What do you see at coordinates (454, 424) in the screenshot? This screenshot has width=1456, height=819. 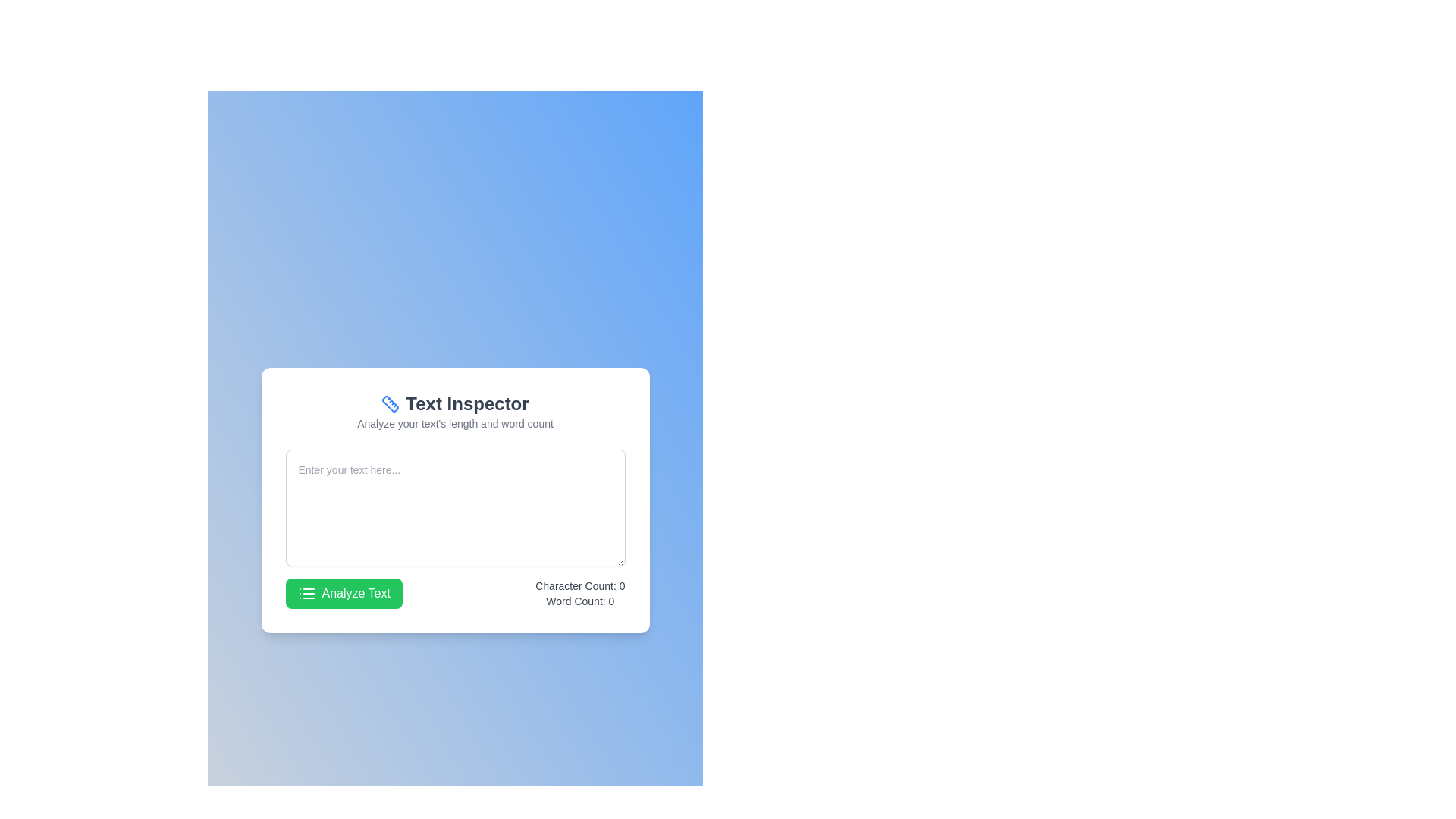 I see `the Text Label that provides guidance for the 'Text Inspector' feature, which is positioned beneath the heading 'Text Inspector' and above the text input field` at bounding box center [454, 424].